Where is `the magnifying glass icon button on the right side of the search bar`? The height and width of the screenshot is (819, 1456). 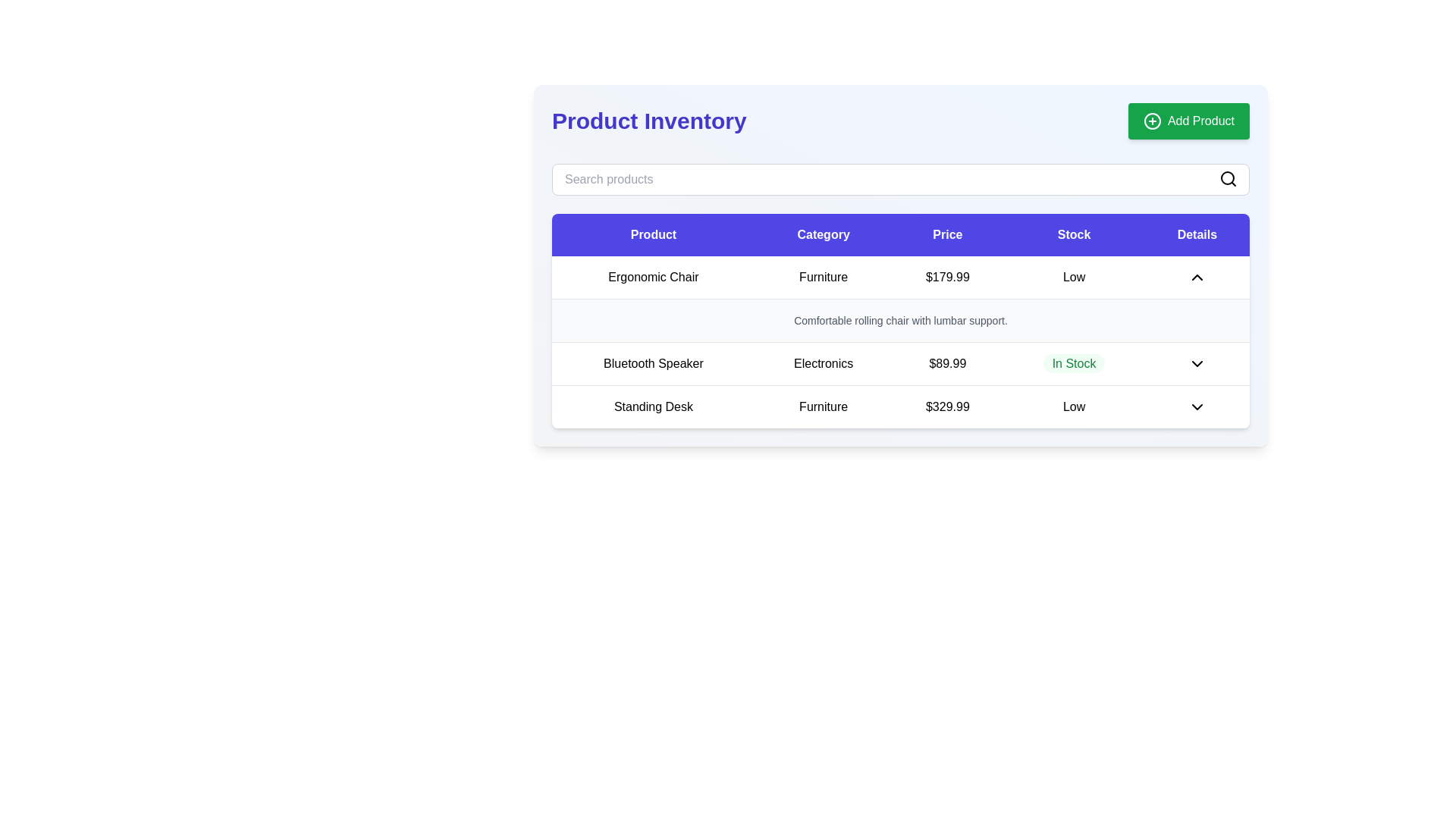 the magnifying glass icon button on the right side of the search bar is located at coordinates (1228, 177).